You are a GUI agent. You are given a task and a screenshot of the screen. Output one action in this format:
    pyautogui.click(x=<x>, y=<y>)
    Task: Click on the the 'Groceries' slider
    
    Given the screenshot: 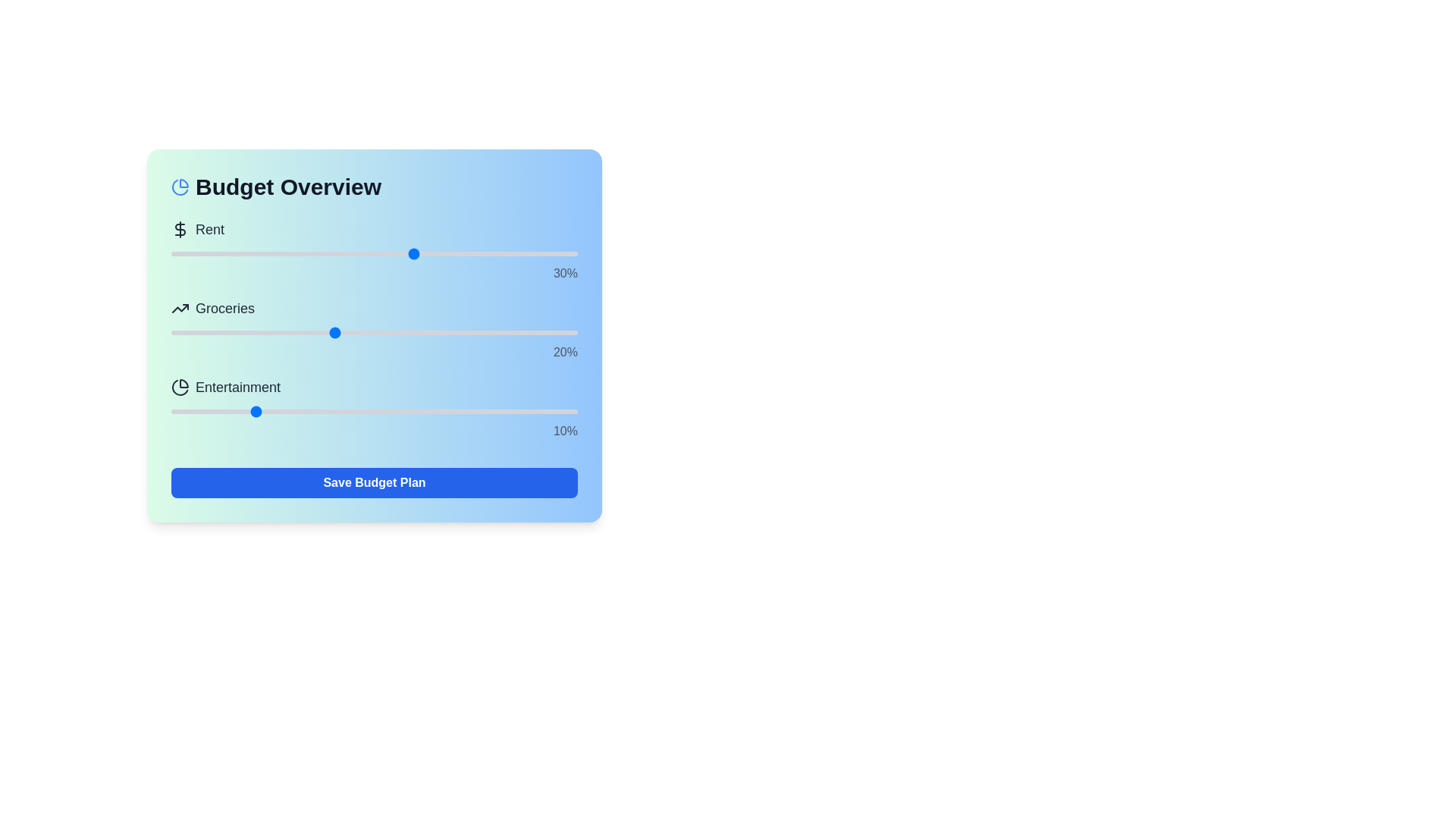 What is the action you would take?
    pyautogui.click(x=391, y=332)
    